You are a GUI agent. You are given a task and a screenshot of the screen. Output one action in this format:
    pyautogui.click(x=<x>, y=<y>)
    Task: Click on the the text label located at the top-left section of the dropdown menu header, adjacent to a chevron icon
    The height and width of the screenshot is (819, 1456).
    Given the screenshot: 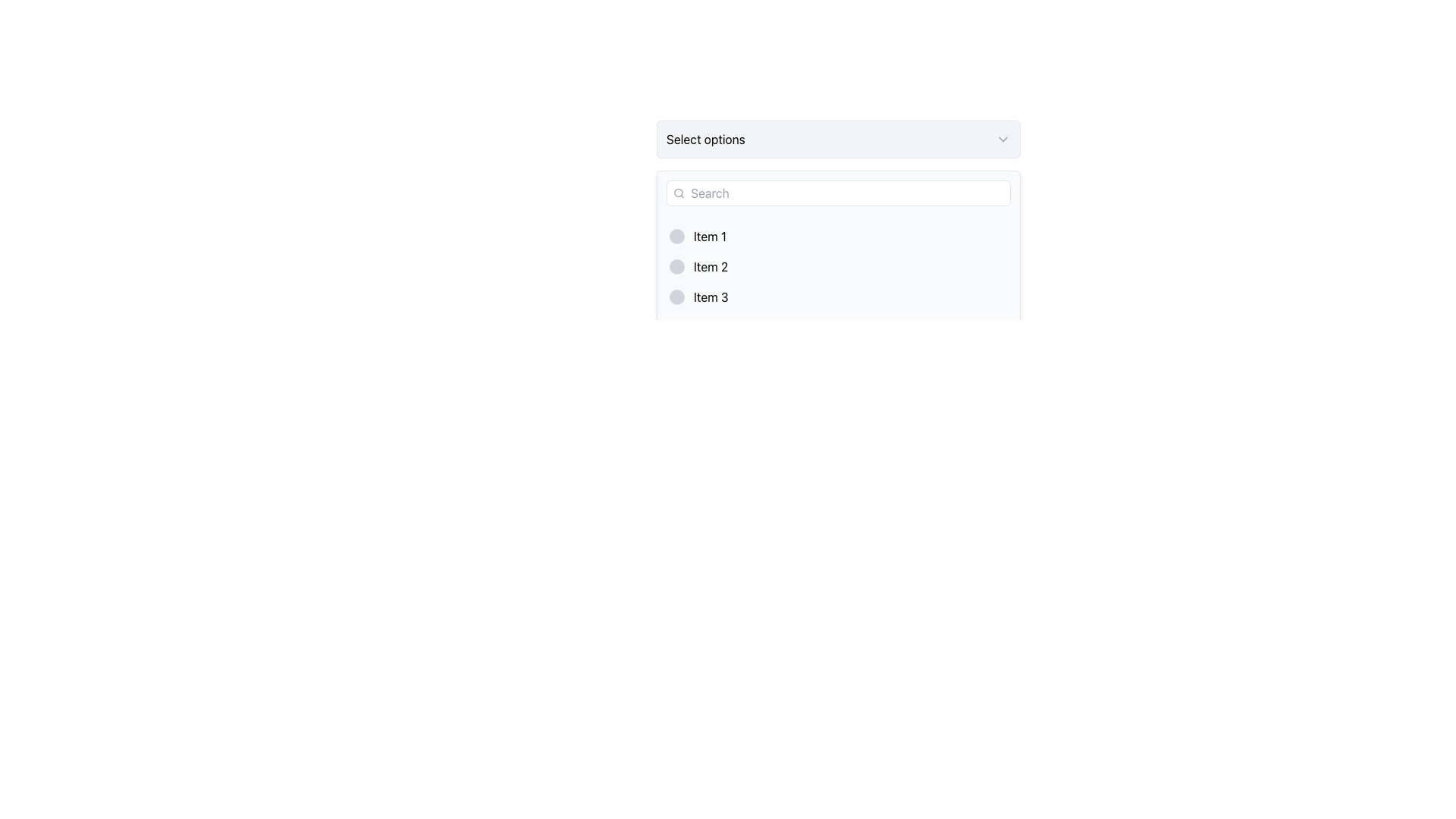 What is the action you would take?
    pyautogui.click(x=704, y=140)
    